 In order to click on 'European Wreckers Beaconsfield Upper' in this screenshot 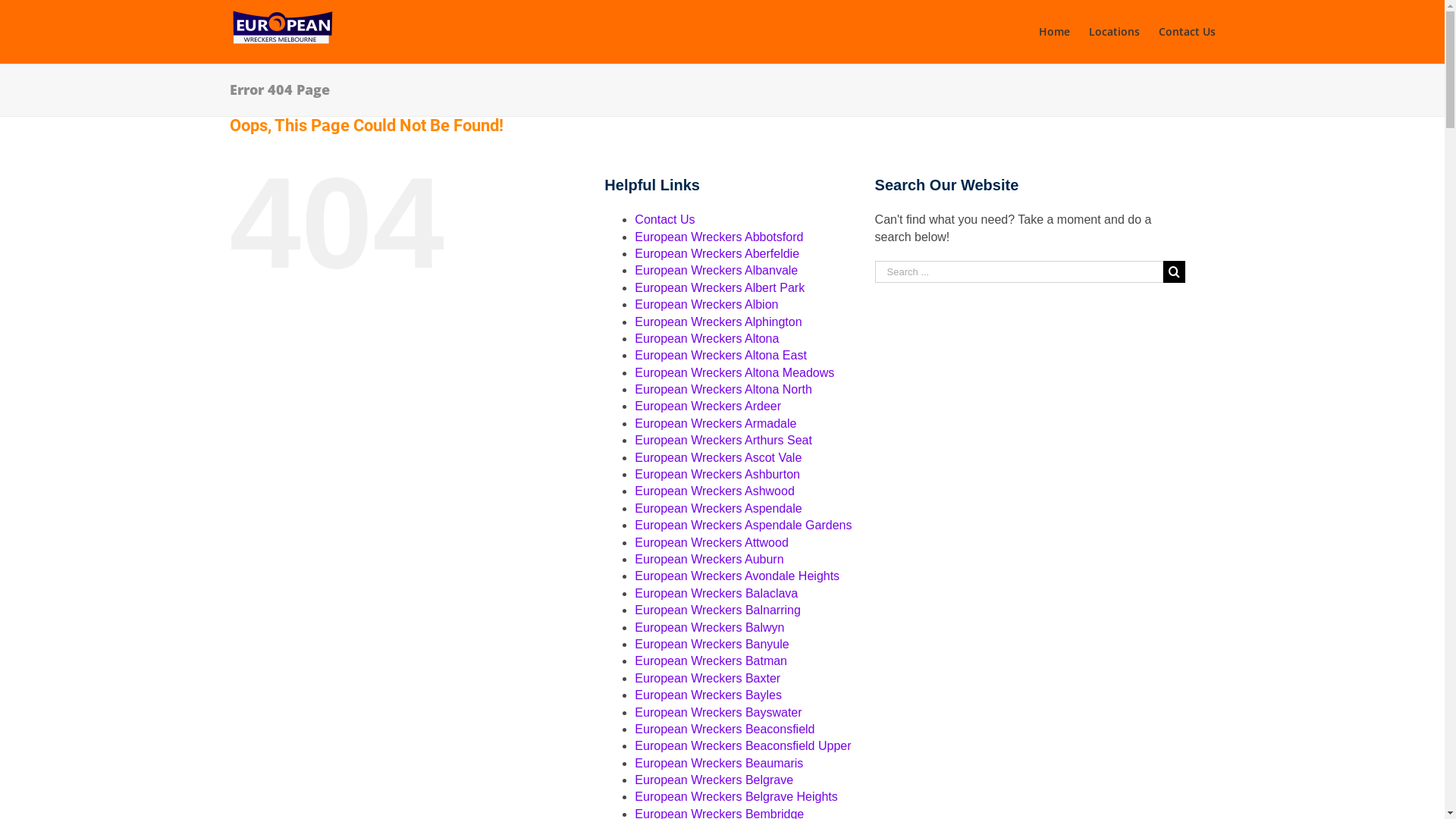, I will do `click(742, 745)`.